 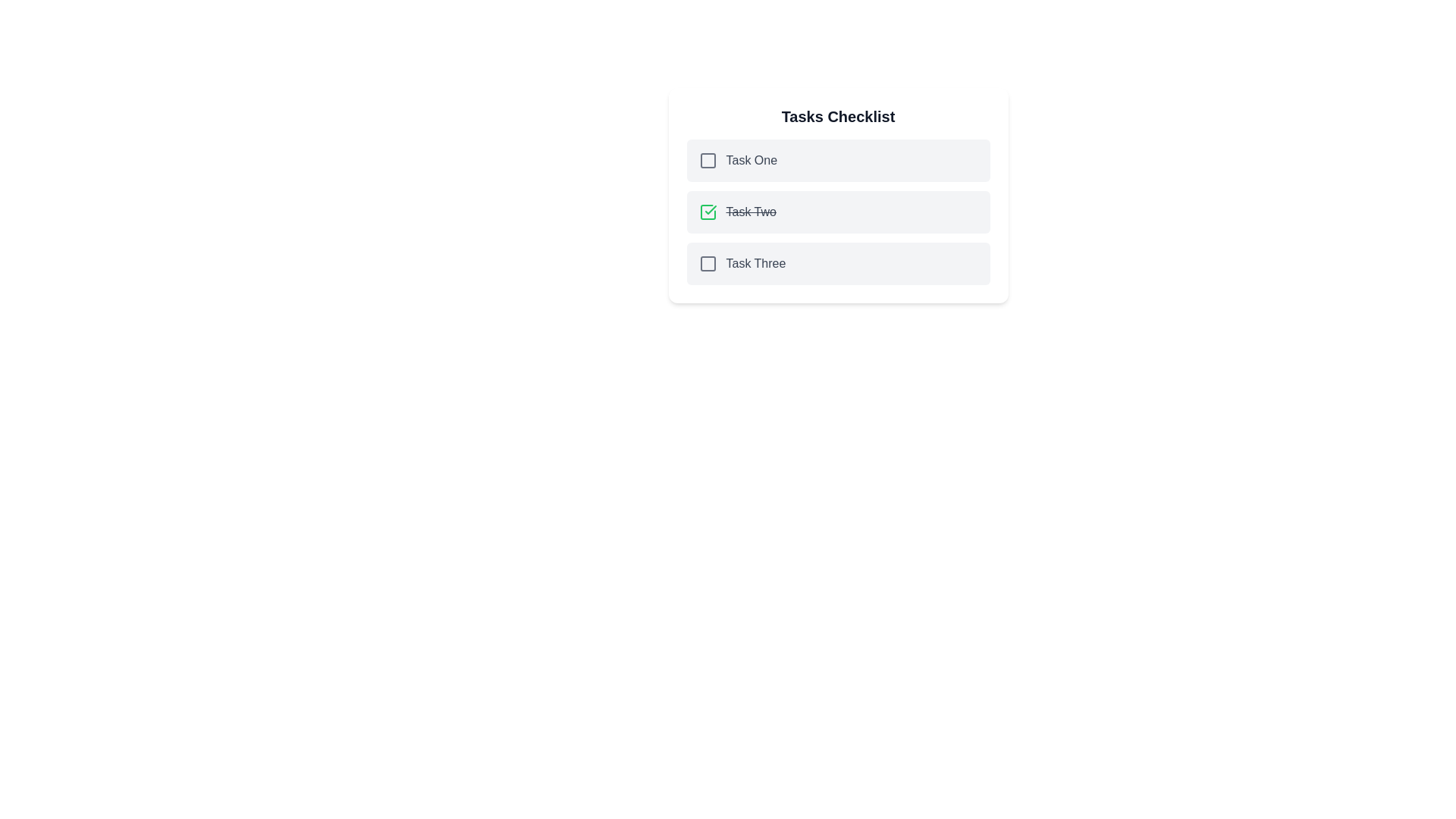 I want to click on text 'Task One' which is the first item in the 'Tasks Checklist.', so click(x=752, y=161).